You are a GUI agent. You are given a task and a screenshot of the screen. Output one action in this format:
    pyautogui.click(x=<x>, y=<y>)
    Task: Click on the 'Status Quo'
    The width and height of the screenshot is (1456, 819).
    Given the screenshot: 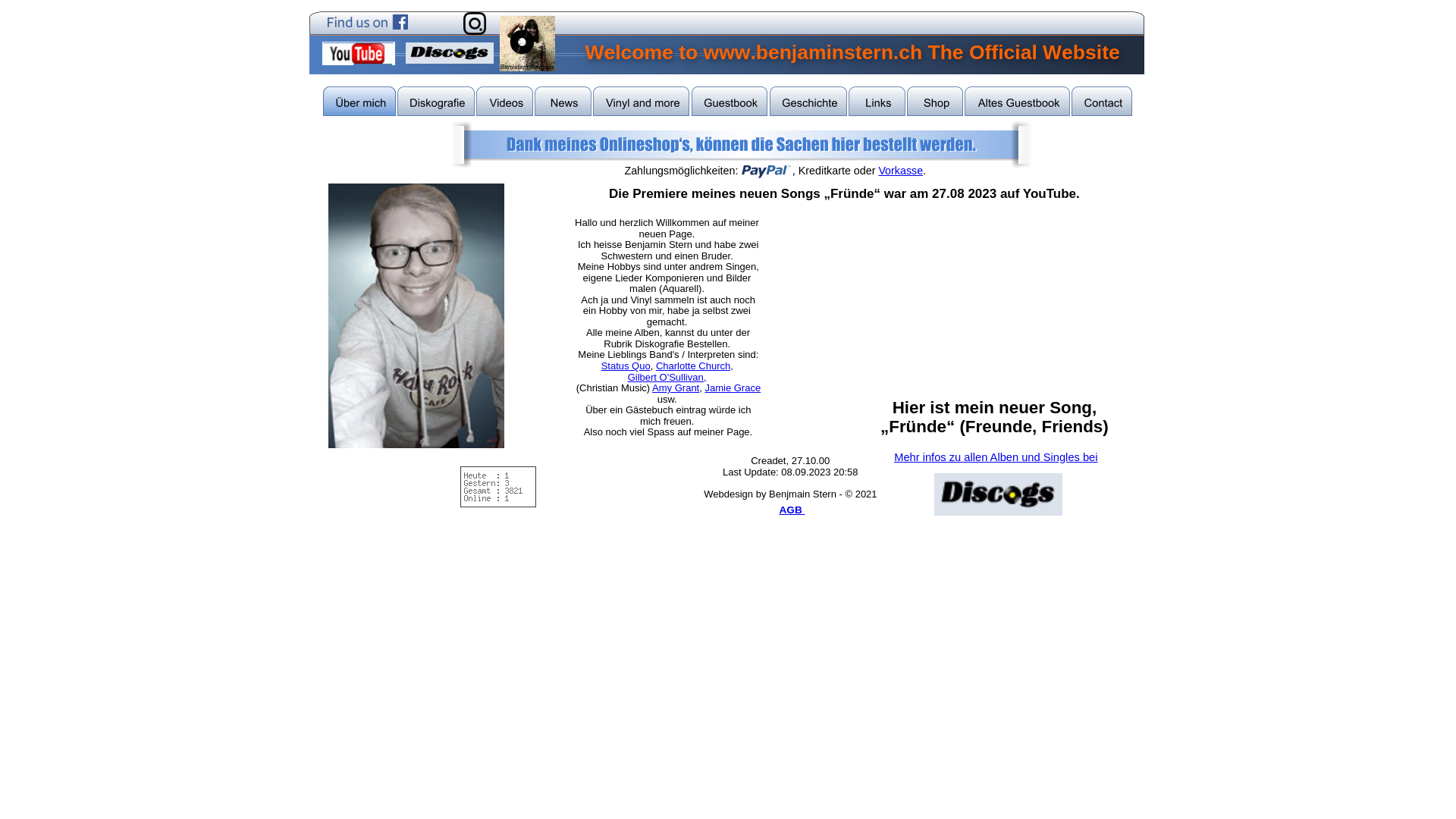 What is the action you would take?
    pyautogui.click(x=600, y=366)
    